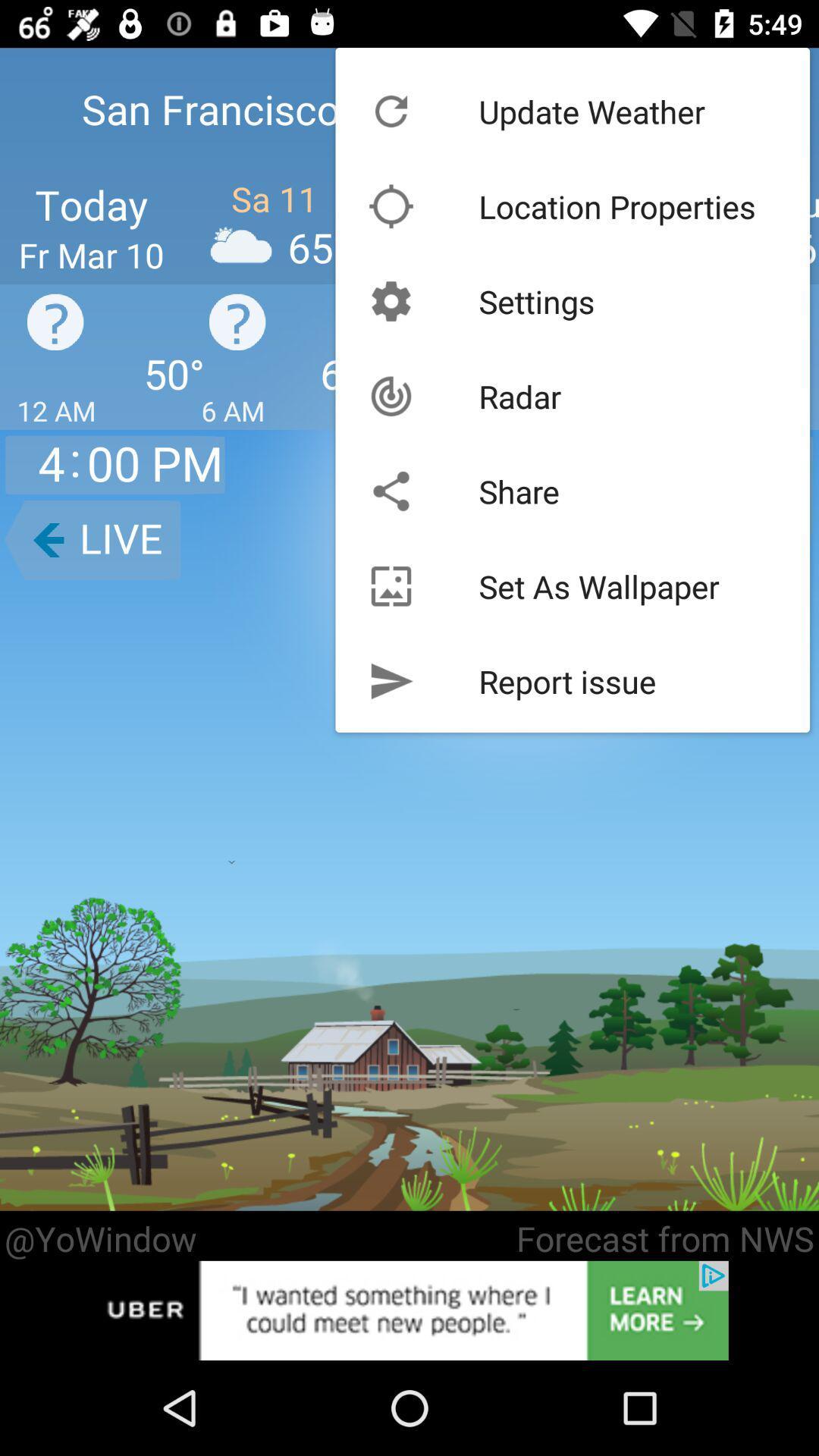  Describe the element at coordinates (536, 301) in the screenshot. I see `the settings icon` at that location.